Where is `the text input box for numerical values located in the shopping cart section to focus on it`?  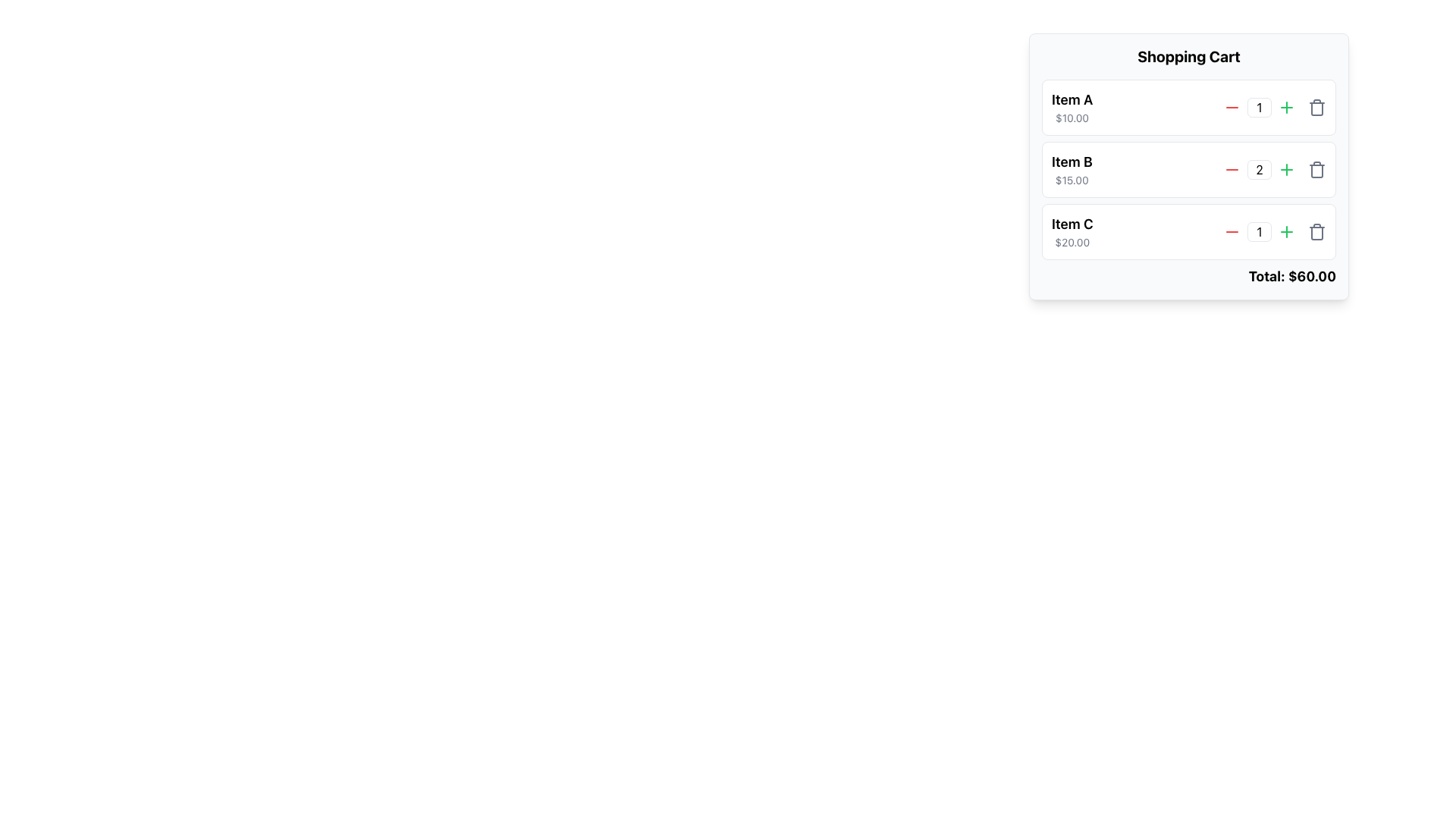 the text input box for numerical values located in the shopping cart section to focus on it is located at coordinates (1259, 107).